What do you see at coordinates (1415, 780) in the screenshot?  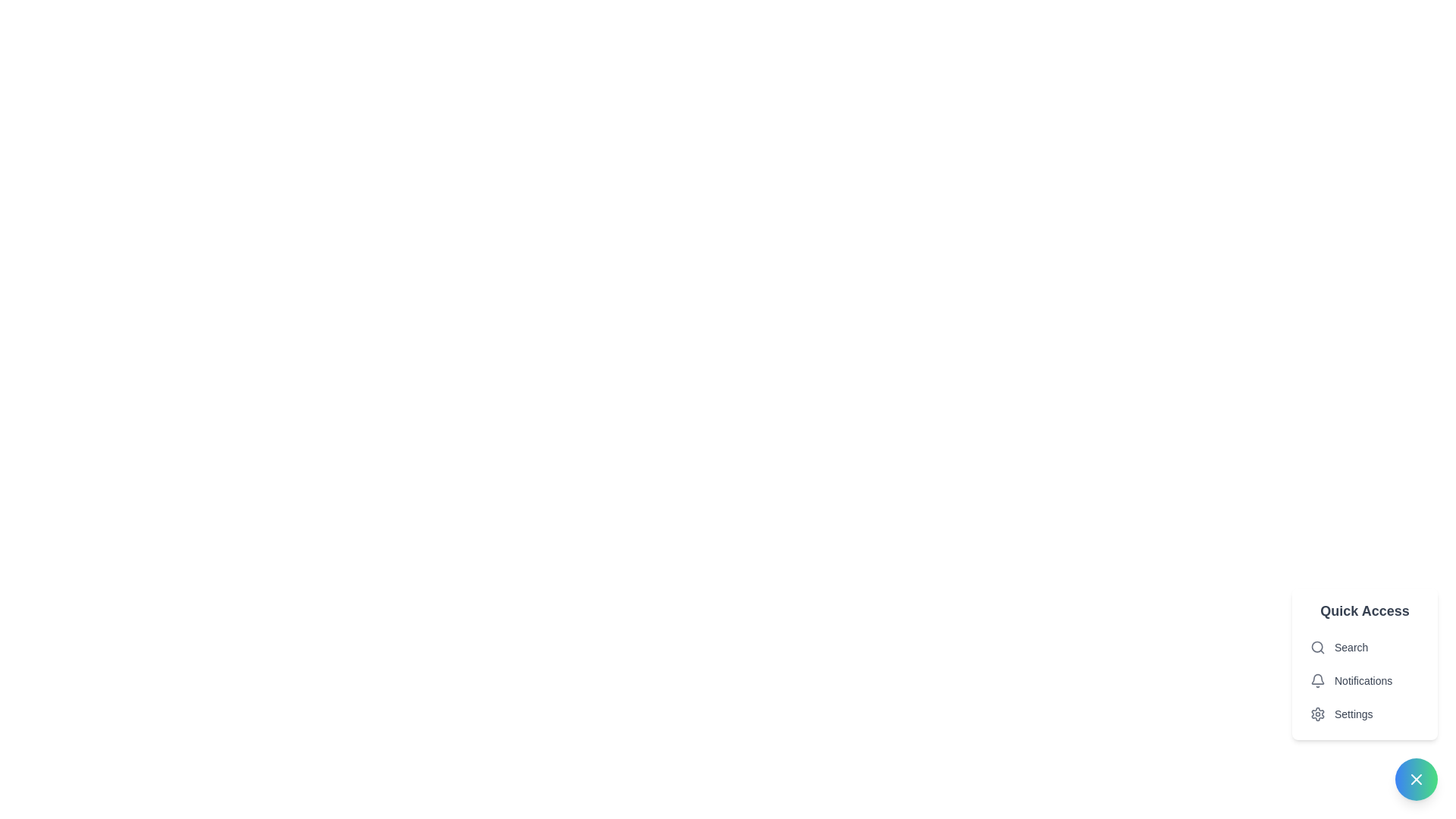 I see `the 'close' button with an 'X' icon located at the bottom-right corner of the interface` at bounding box center [1415, 780].